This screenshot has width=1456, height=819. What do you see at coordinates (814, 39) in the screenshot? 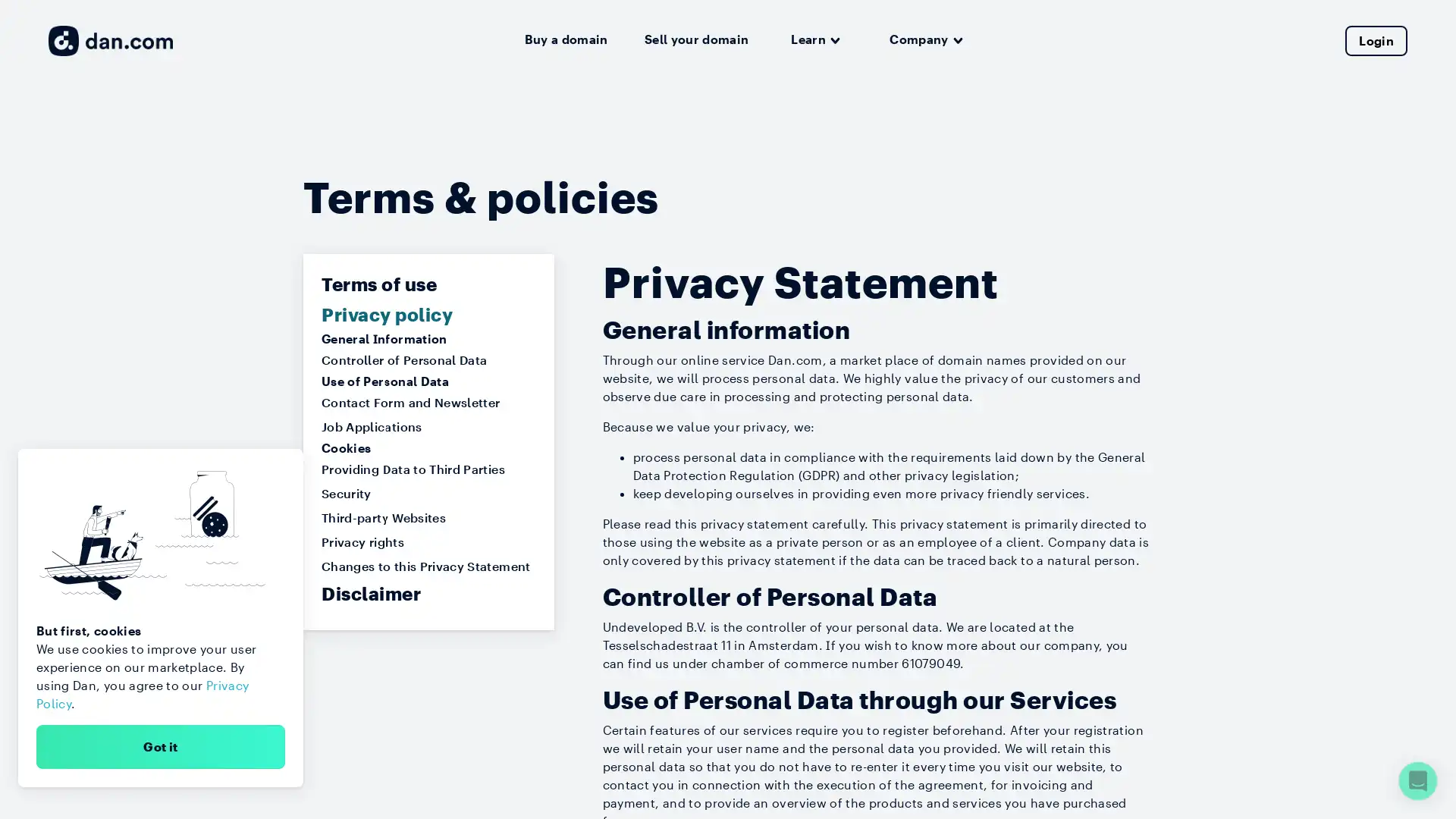
I see `Learn` at bounding box center [814, 39].